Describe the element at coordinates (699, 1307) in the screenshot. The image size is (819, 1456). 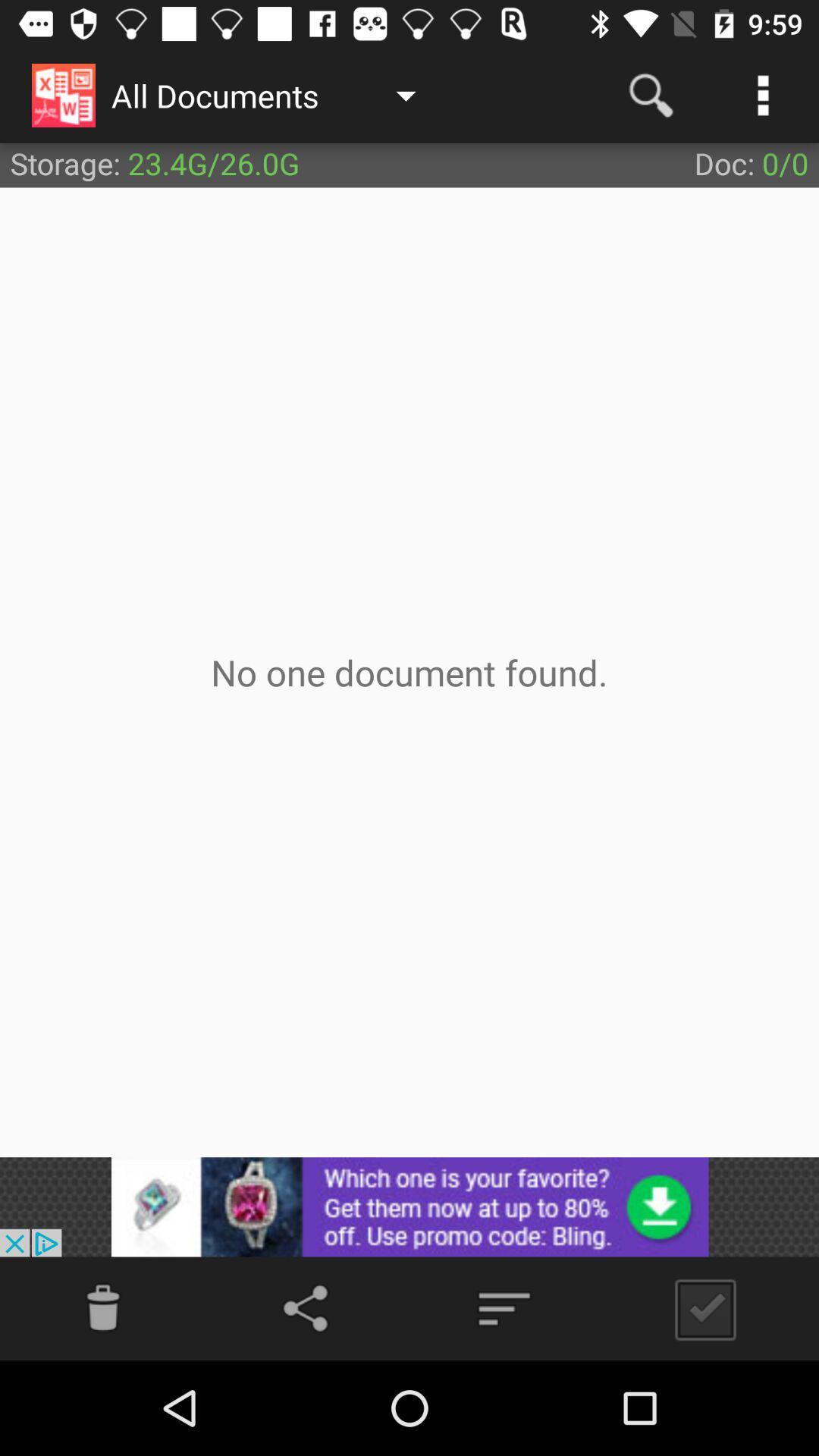
I see `all entries` at that location.